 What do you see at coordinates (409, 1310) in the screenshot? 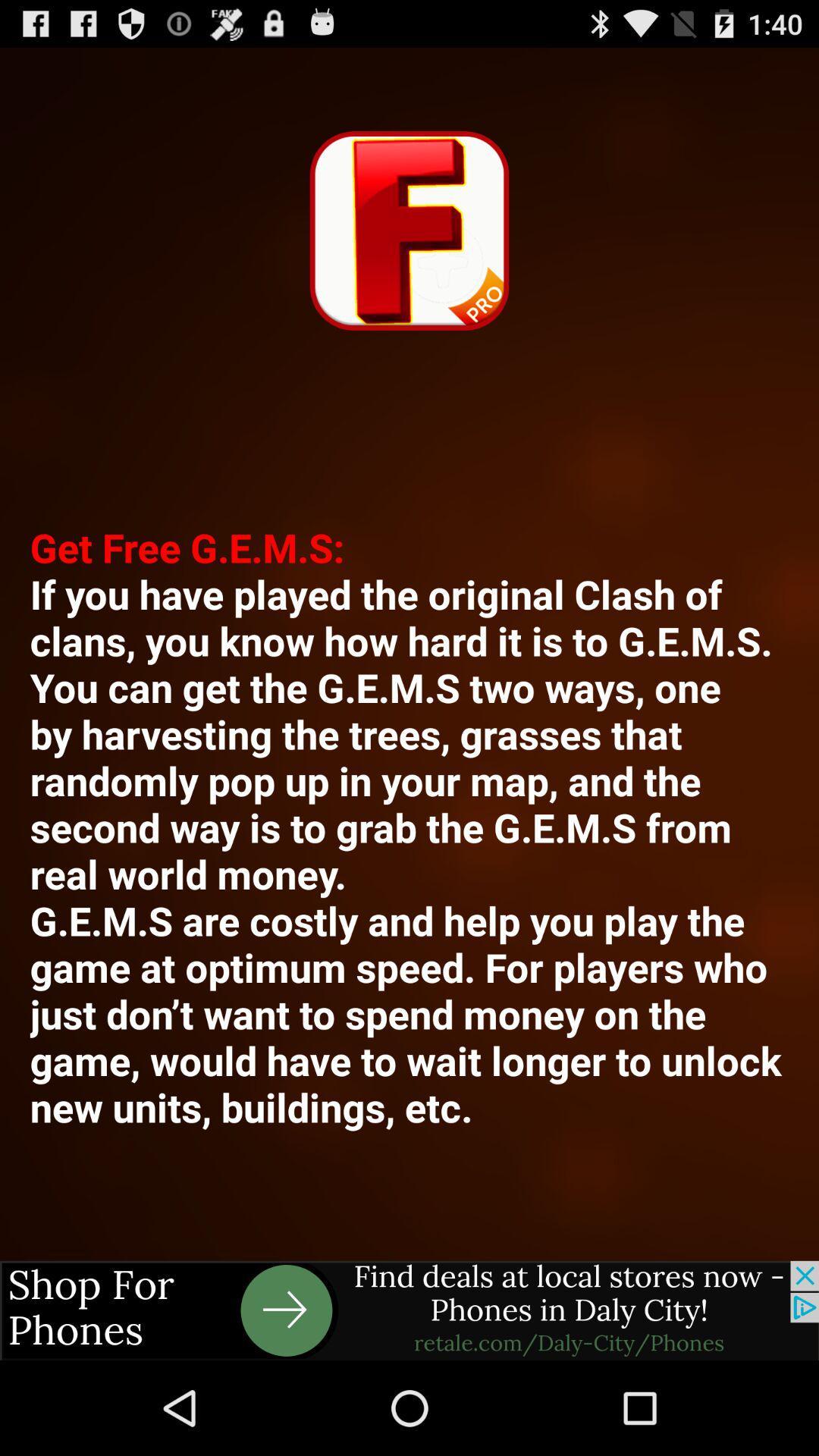
I see `advertisement` at bounding box center [409, 1310].